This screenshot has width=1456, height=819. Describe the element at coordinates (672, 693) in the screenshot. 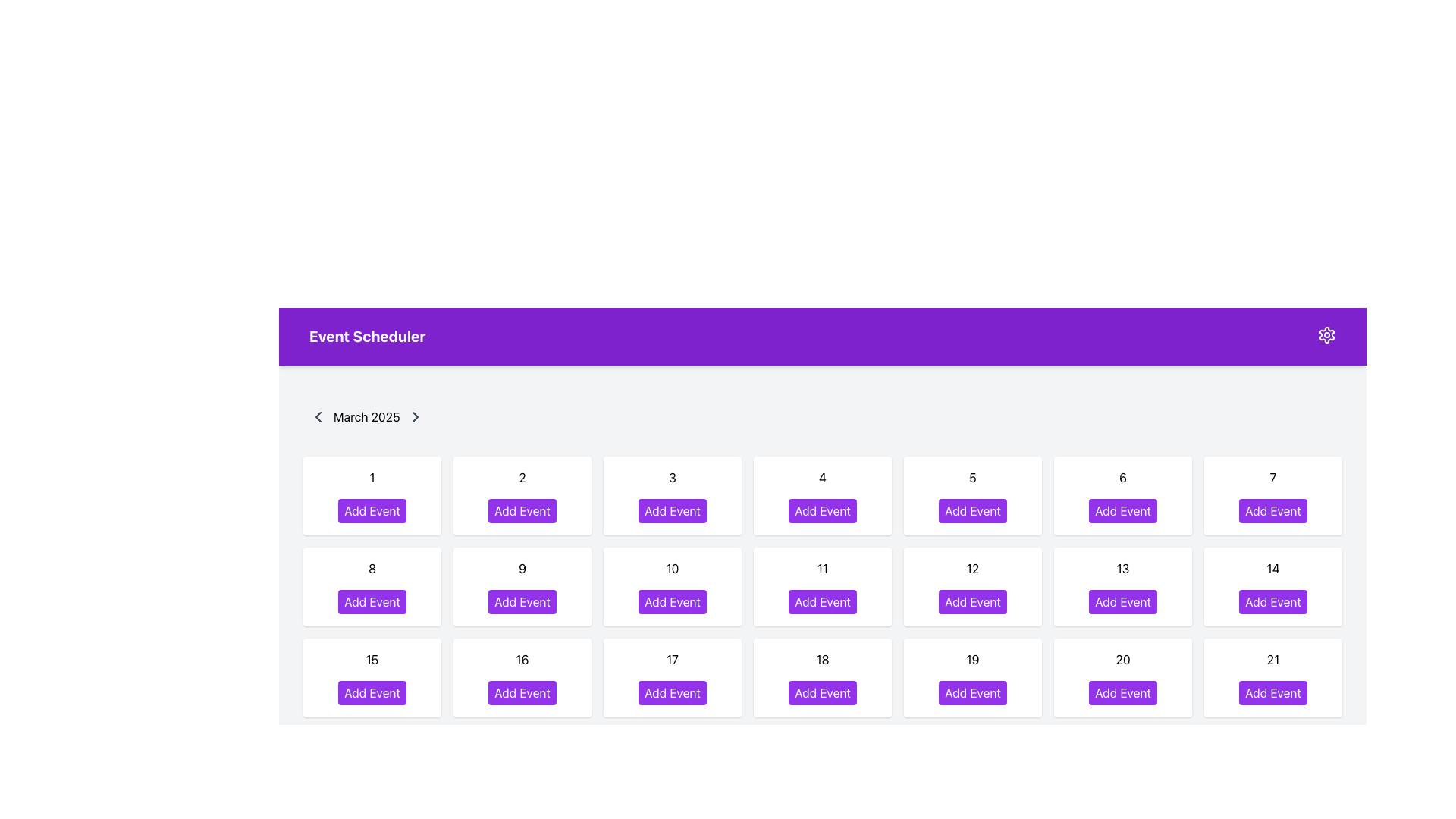

I see `the 'Add Event' button, which is a rectangular button with white text on a purple background, located in the calendar view for day '17' of March 2025` at that location.